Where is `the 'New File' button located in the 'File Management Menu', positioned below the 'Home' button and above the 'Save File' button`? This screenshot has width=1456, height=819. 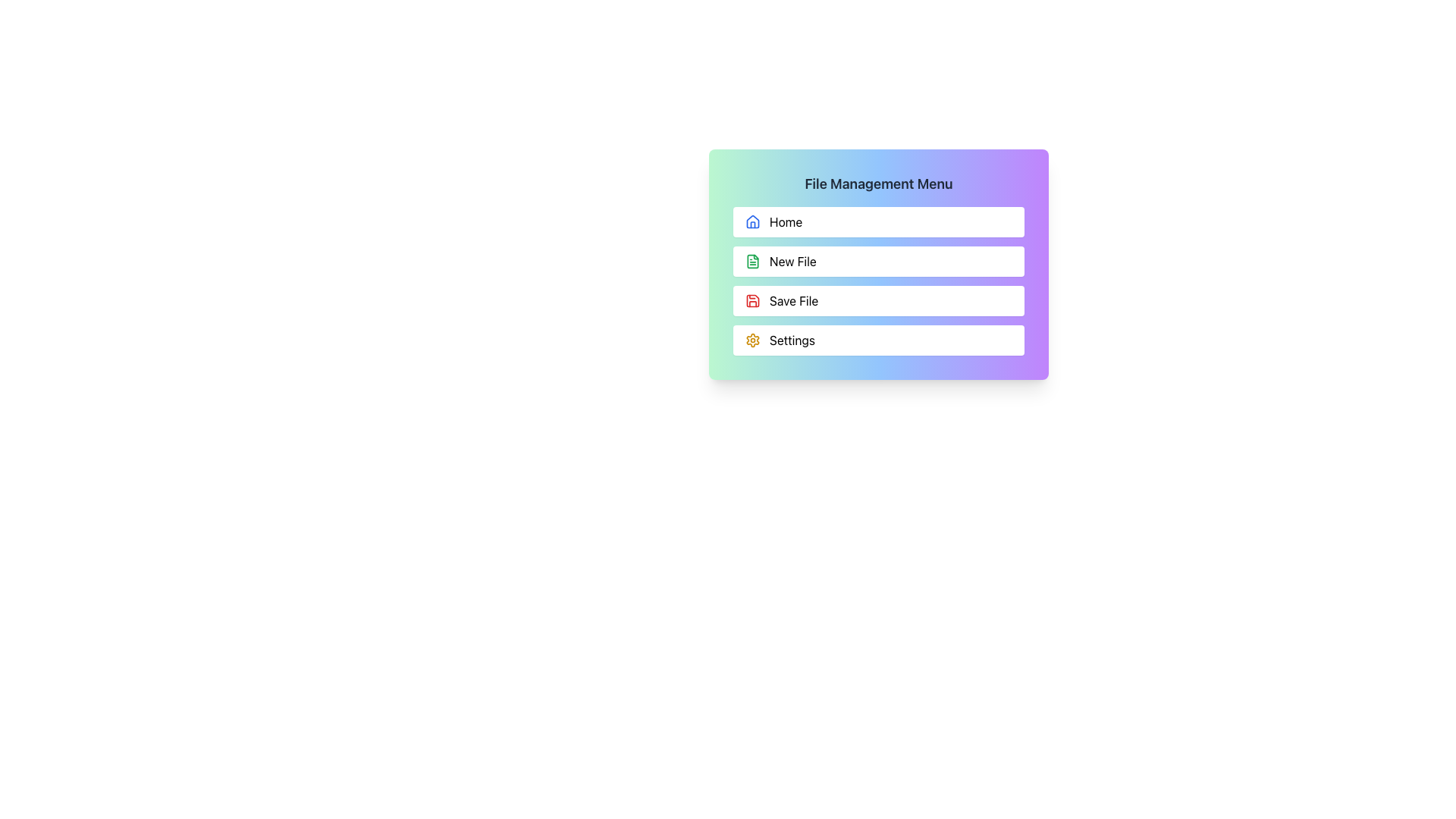 the 'New File' button located in the 'File Management Menu', positioned below the 'Home' button and above the 'Save File' button is located at coordinates (878, 263).